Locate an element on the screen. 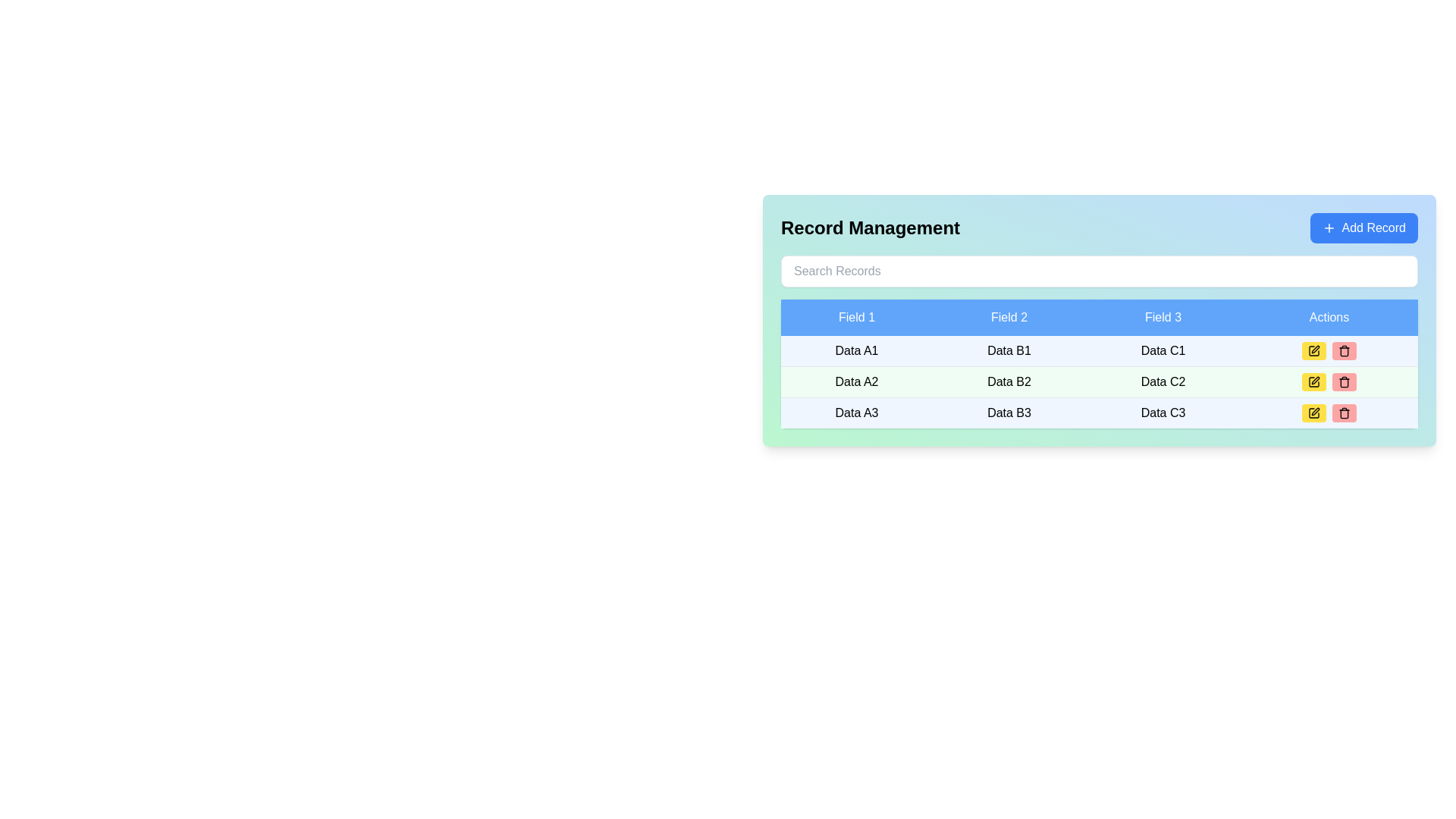 This screenshot has width=1456, height=819. the static text label 'Field 1' that is styled with medium font weight and positioned on a blue background at the top of a table layout is located at coordinates (857, 317).